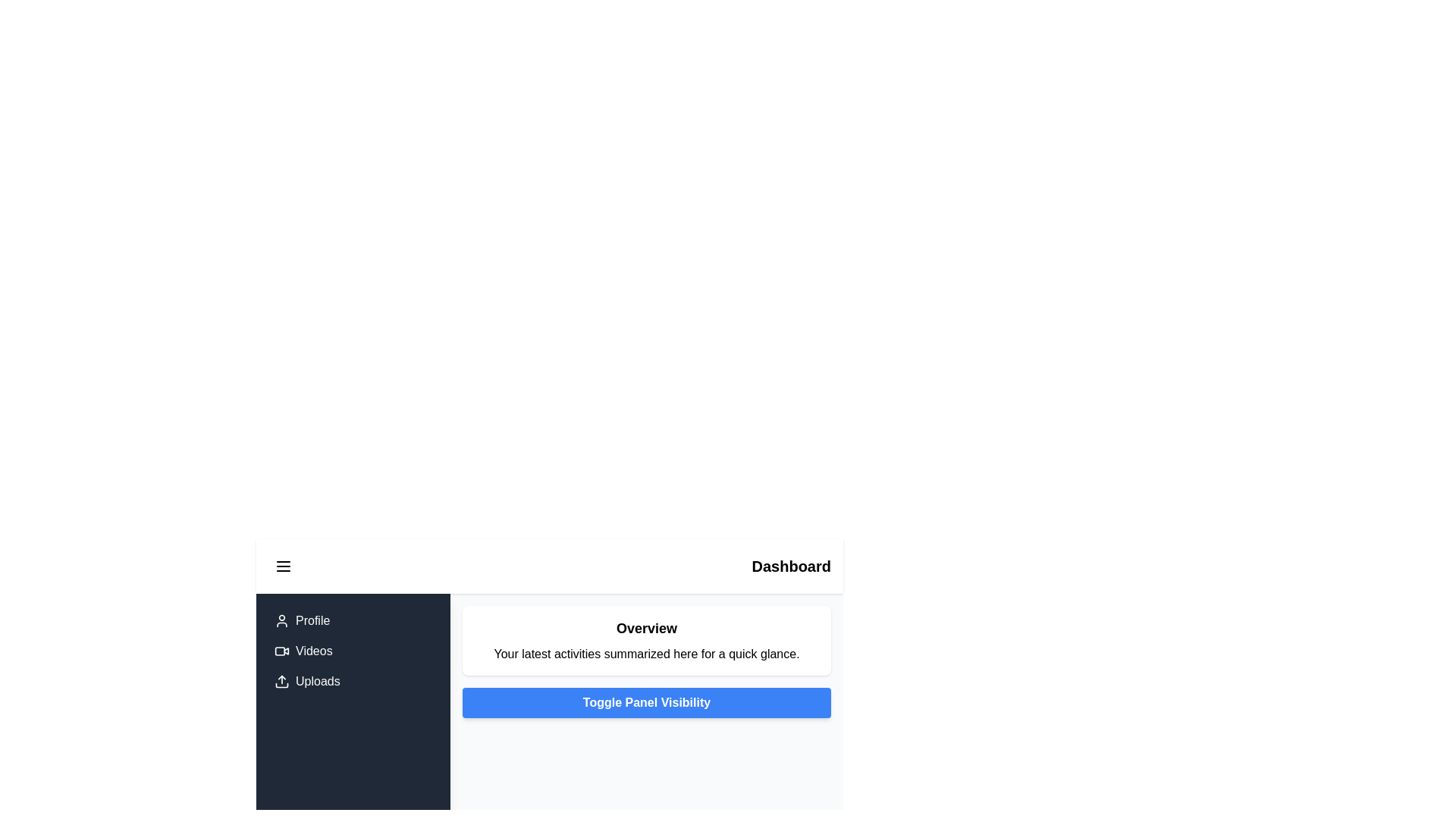 This screenshot has width=1456, height=819. I want to click on the second rectangular SVG shape that is part of the video icon on the sidebar menu, so click(280, 651).